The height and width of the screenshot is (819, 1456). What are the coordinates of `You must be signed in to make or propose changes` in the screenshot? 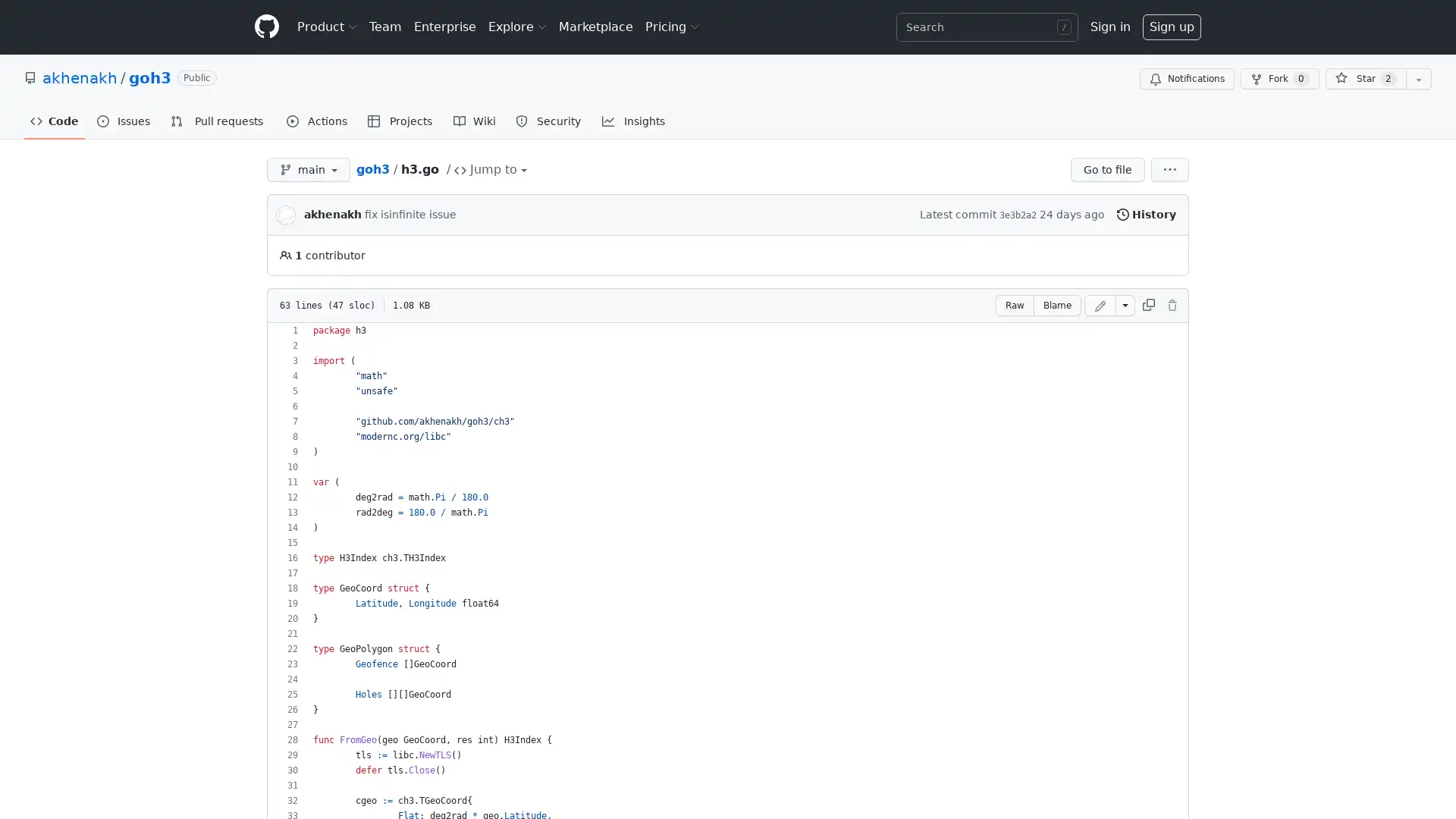 It's located at (1100, 305).